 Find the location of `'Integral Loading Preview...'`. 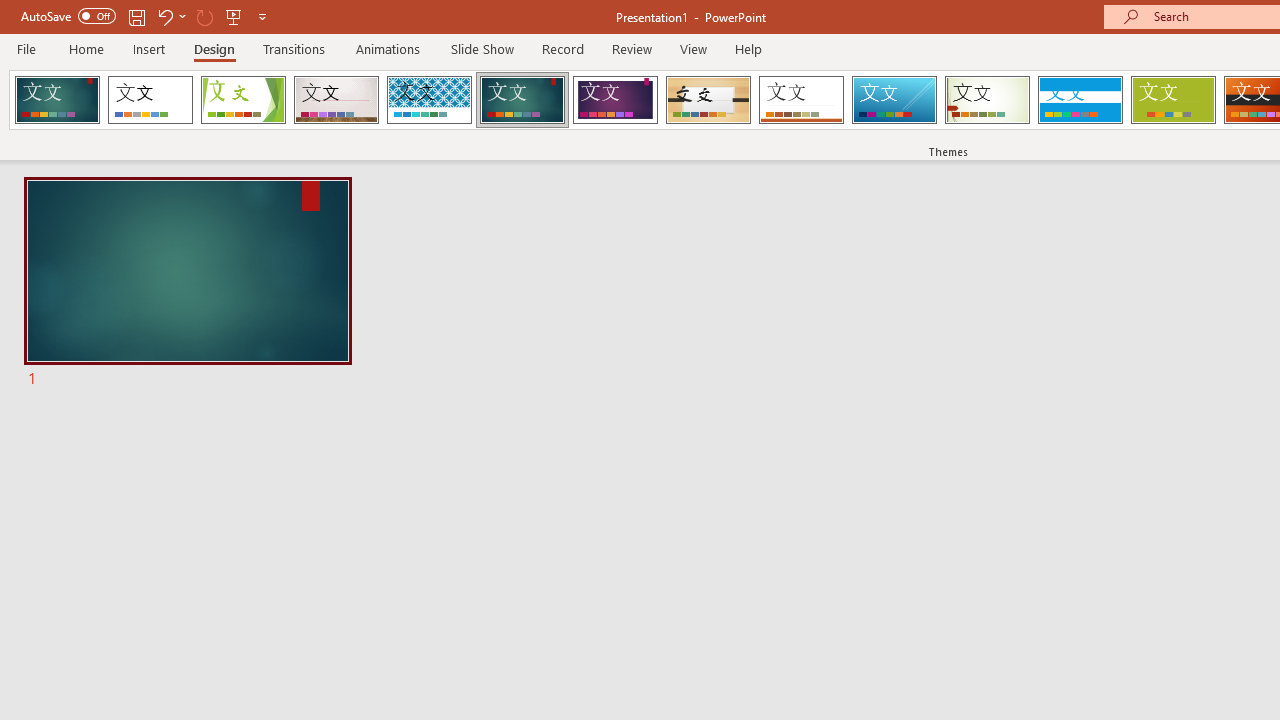

'Integral Loading Preview...' is located at coordinates (428, 100).